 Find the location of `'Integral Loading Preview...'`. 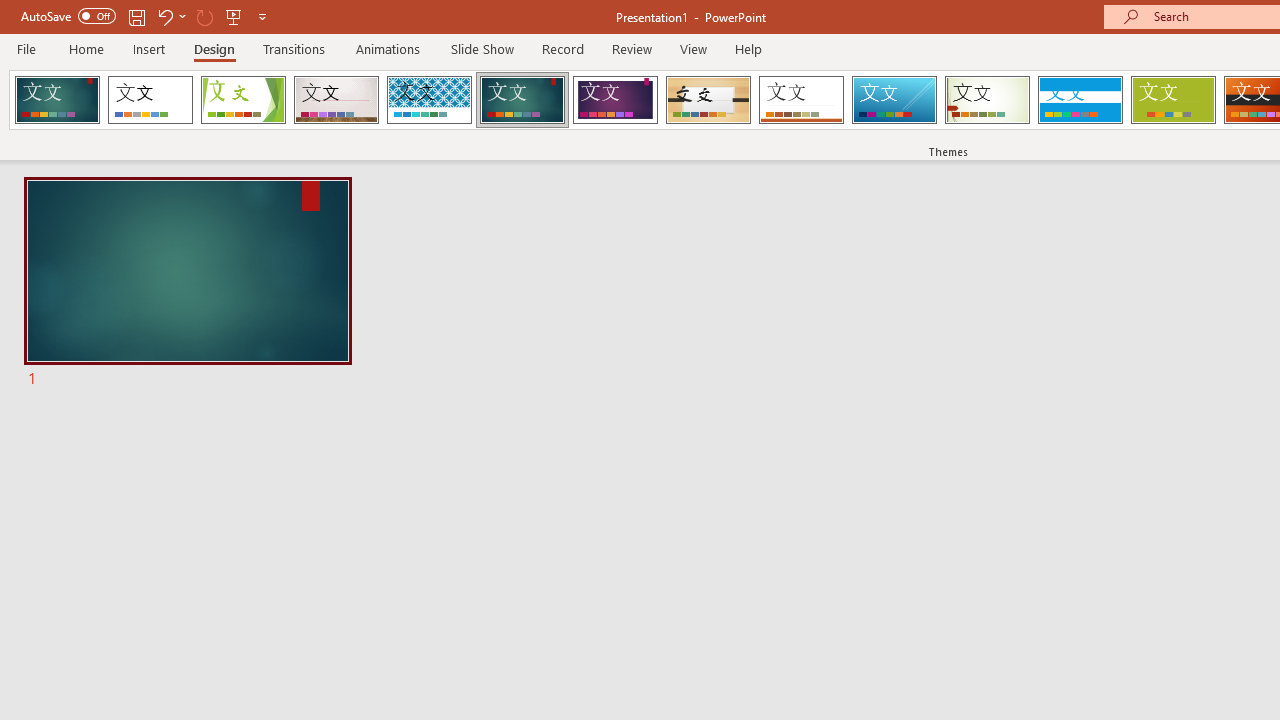

'Integral Loading Preview...' is located at coordinates (428, 100).